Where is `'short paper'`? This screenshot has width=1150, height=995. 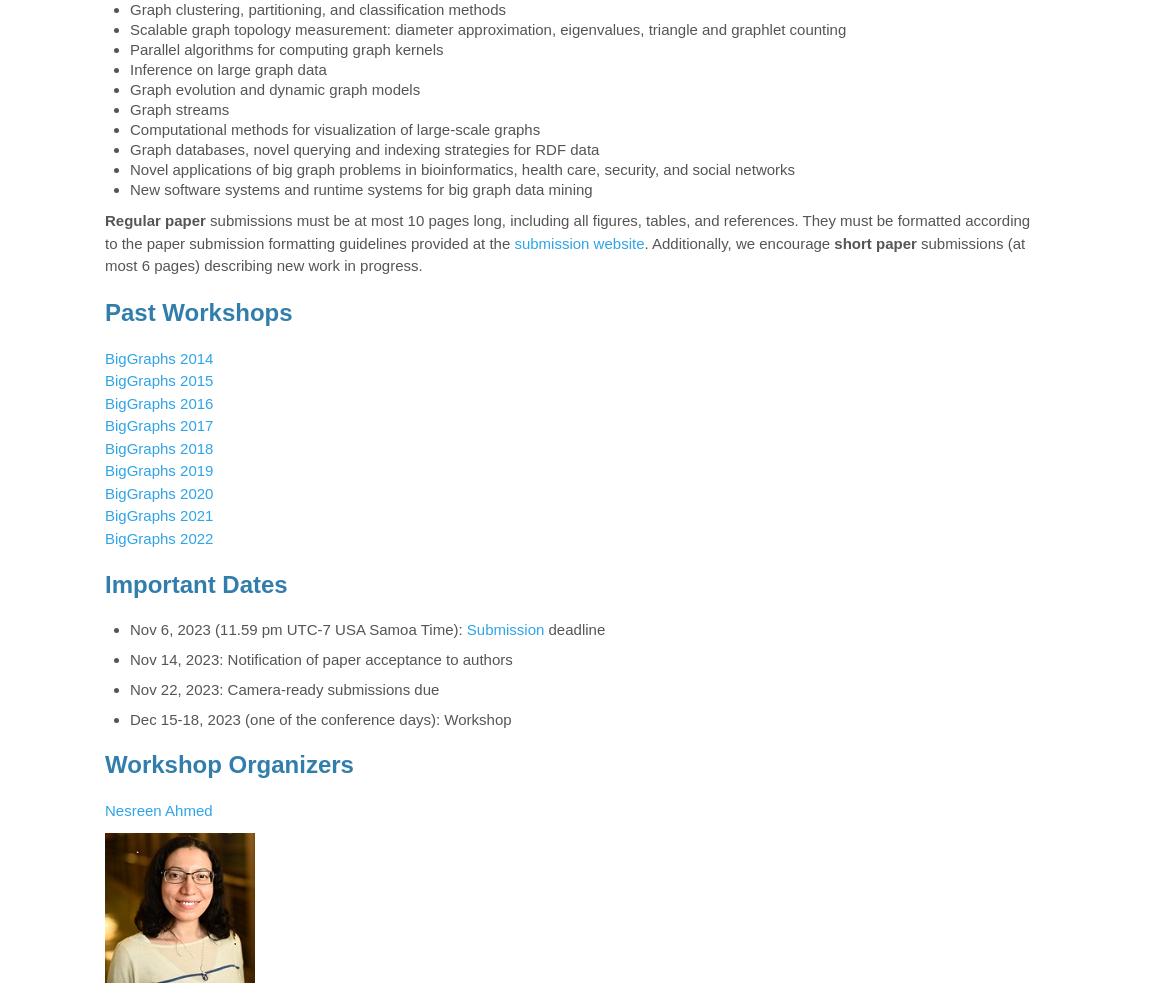 'short paper' is located at coordinates (875, 242).